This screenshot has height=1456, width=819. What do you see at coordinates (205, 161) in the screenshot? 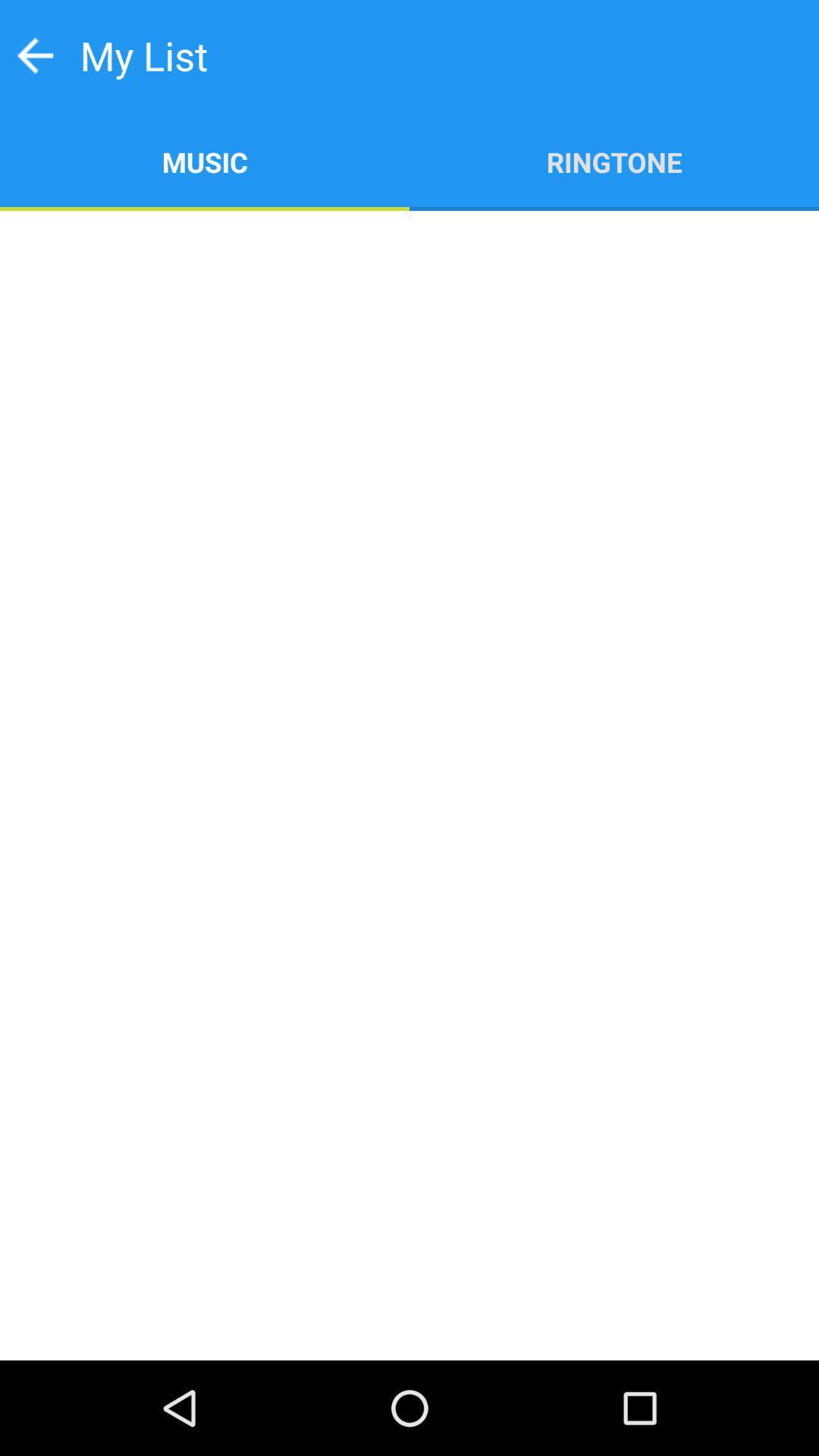
I see `app to the left of ringtone app` at bounding box center [205, 161].